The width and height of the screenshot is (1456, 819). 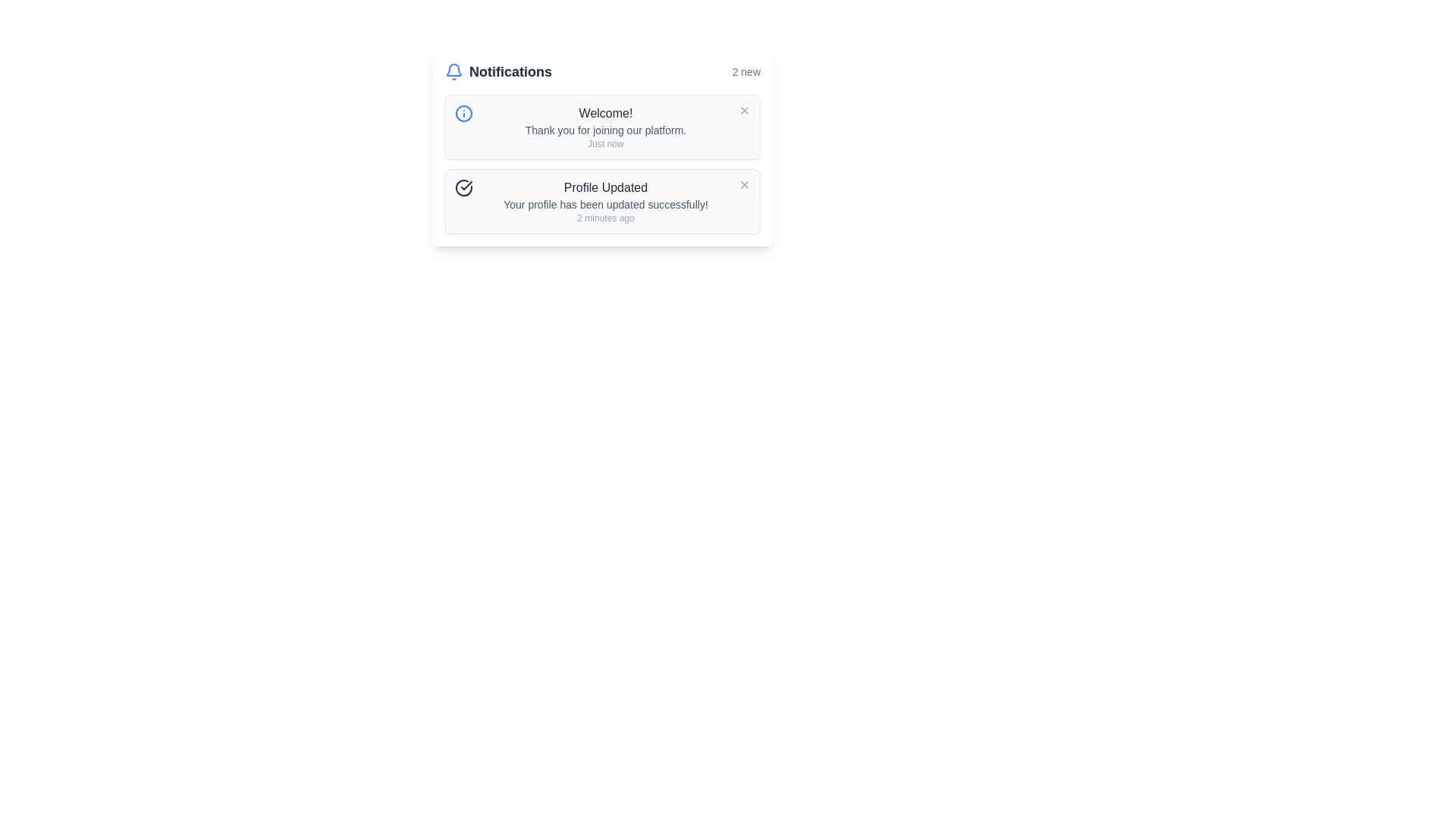 What do you see at coordinates (745, 110) in the screenshot?
I see `the close icon button located at the top-right corner of the 'Welcome!' notification card` at bounding box center [745, 110].